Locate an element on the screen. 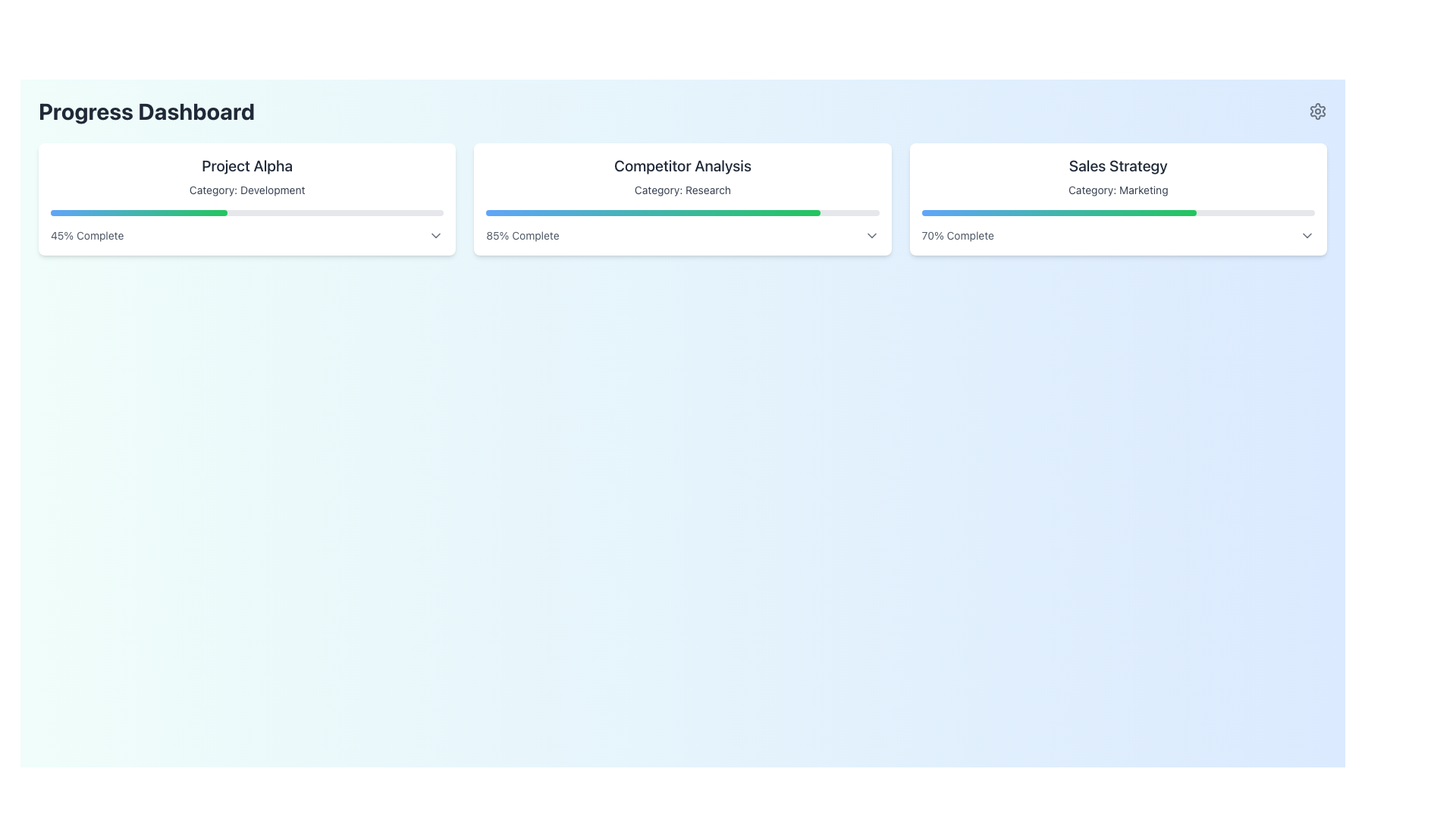  the text indicating the project completion percentage located at the lower left of the 'Project Alpha' card in the Progress Dashboard, directly beneath the progress bar is located at coordinates (86, 236).